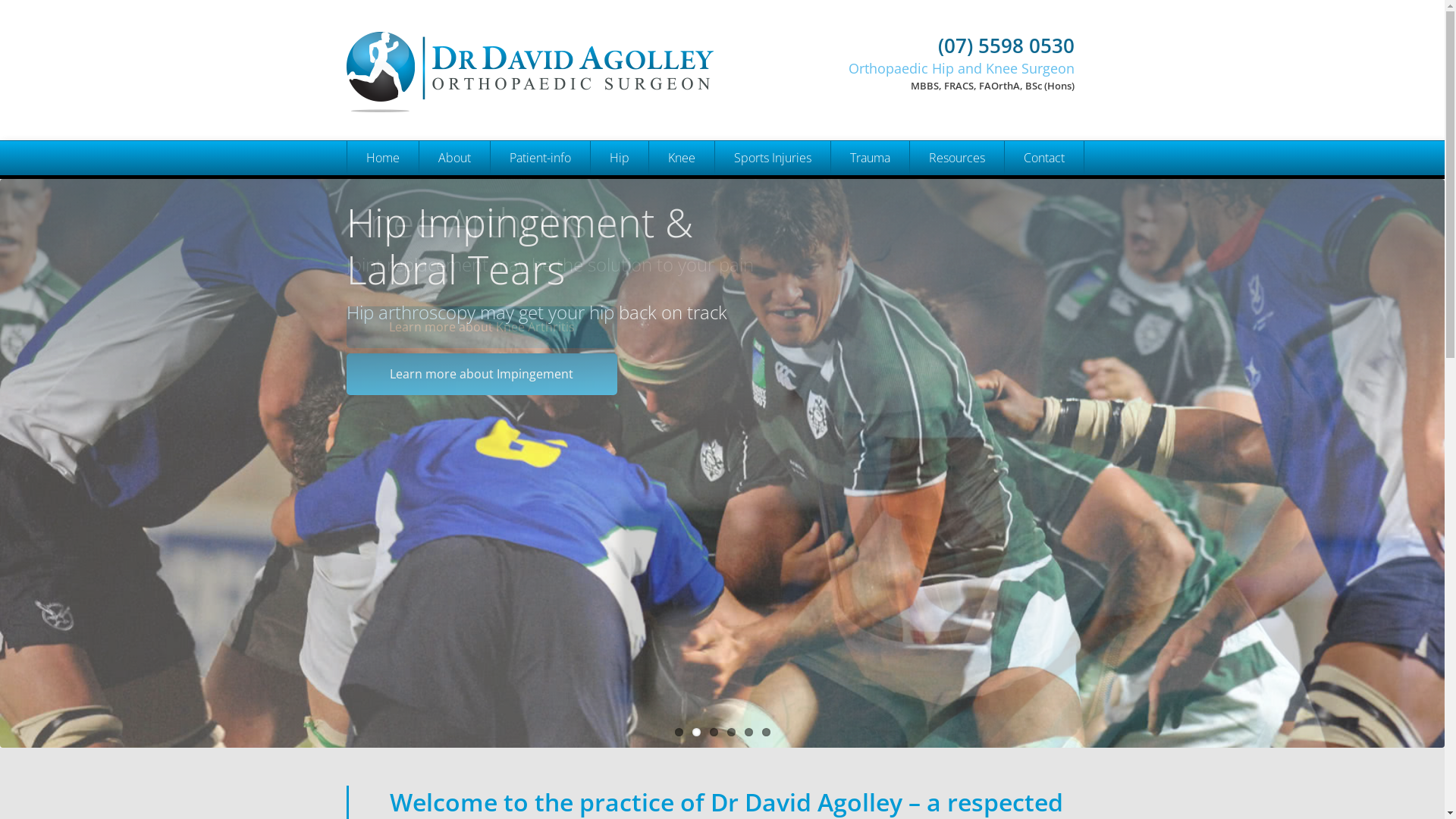  I want to click on 'Knee Preservation Surgery', so click(648, 191).